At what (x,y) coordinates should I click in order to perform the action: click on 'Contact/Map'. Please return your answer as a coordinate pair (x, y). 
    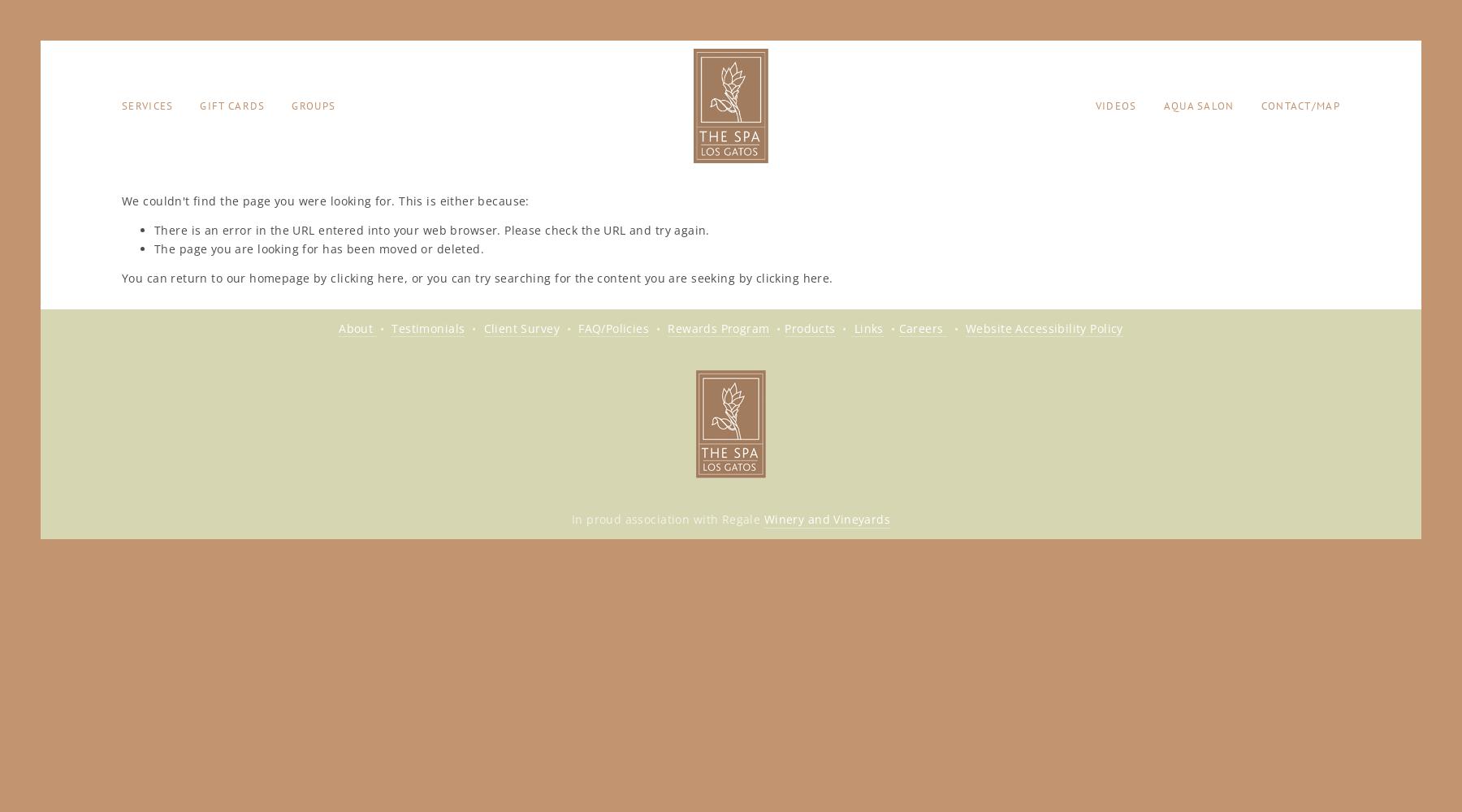
    Looking at the image, I should click on (1299, 105).